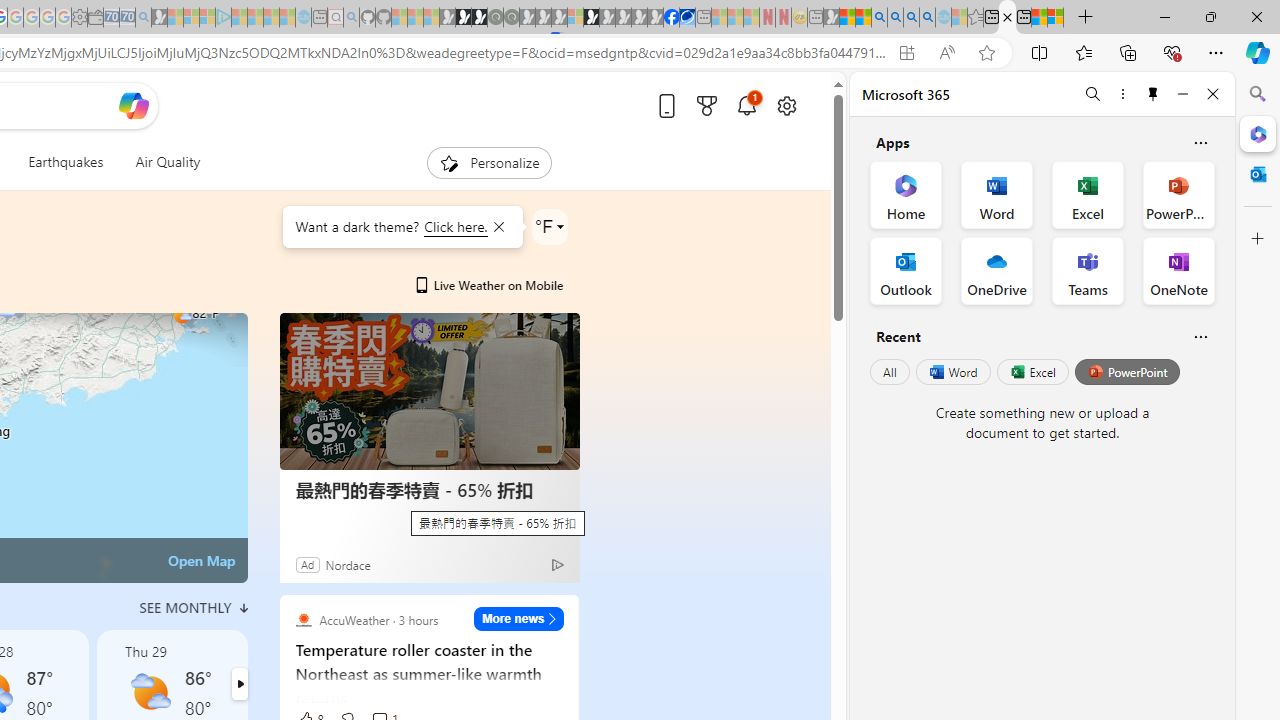 The width and height of the screenshot is (1280, 720). What do you see at coordinates (65, 162) in the screenshot?
I see `'Earthquakes'` at bounding box center [65, 162].